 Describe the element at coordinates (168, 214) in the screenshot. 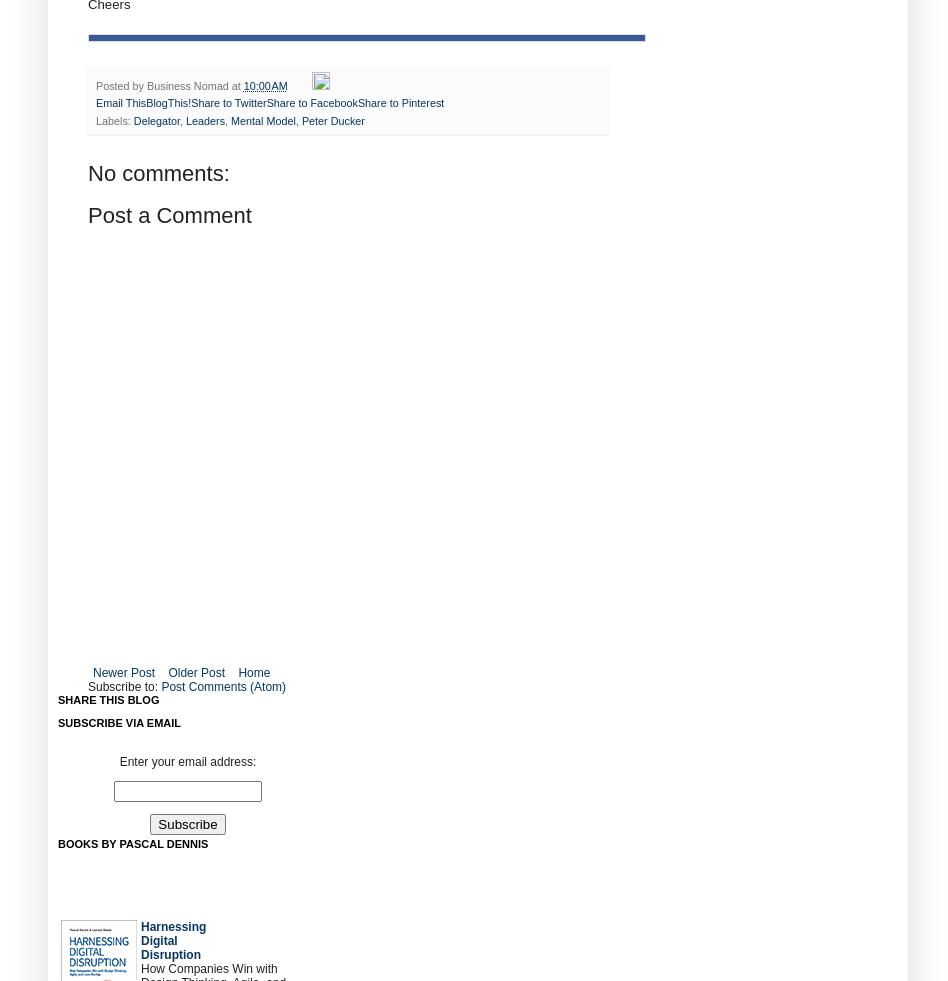

I see `'Post a Comment'` at that location.